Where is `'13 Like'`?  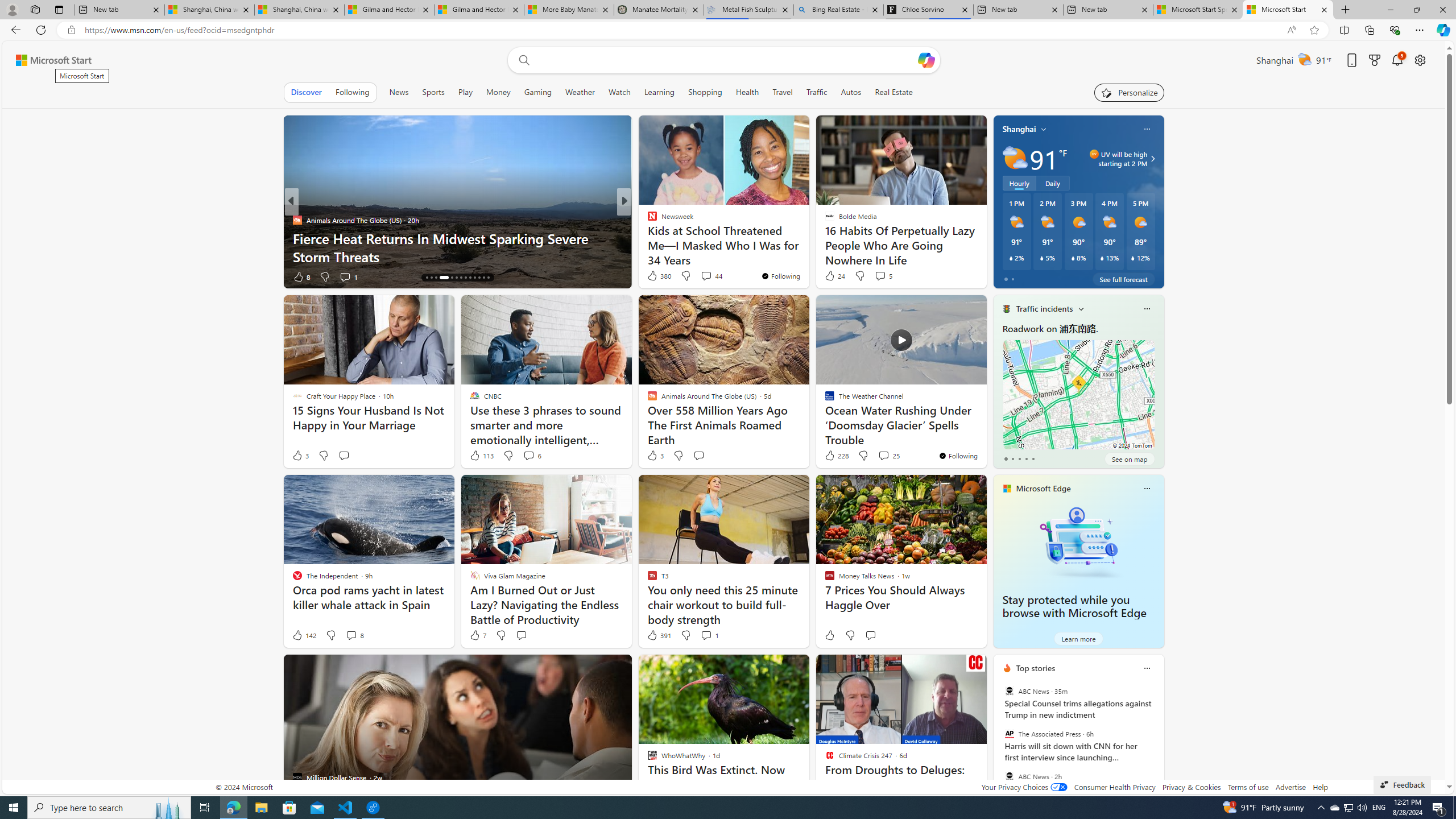 '13 Like' is located at coordinates (652, 276).